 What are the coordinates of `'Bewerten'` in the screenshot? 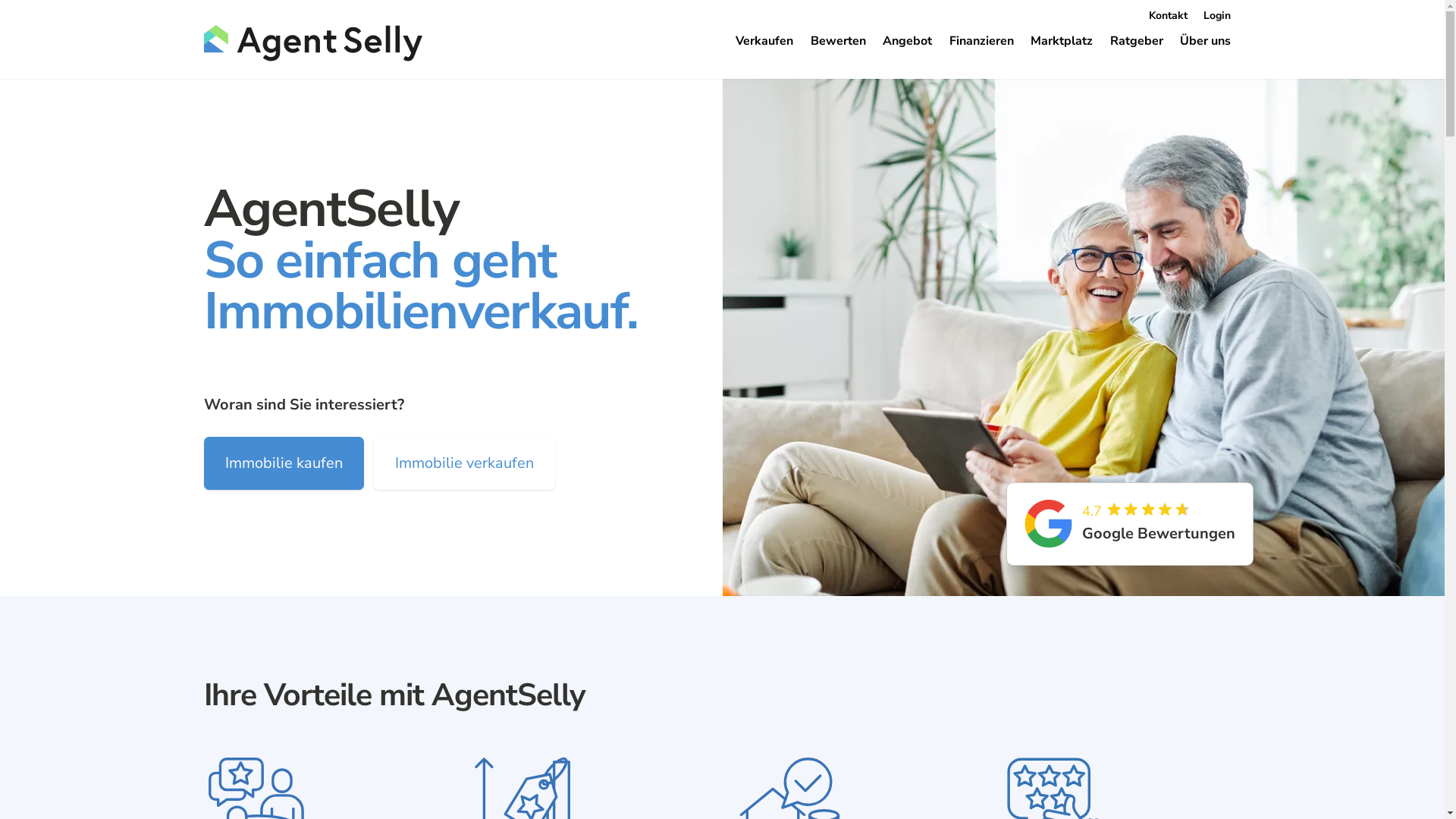 It's located at (836, 40).